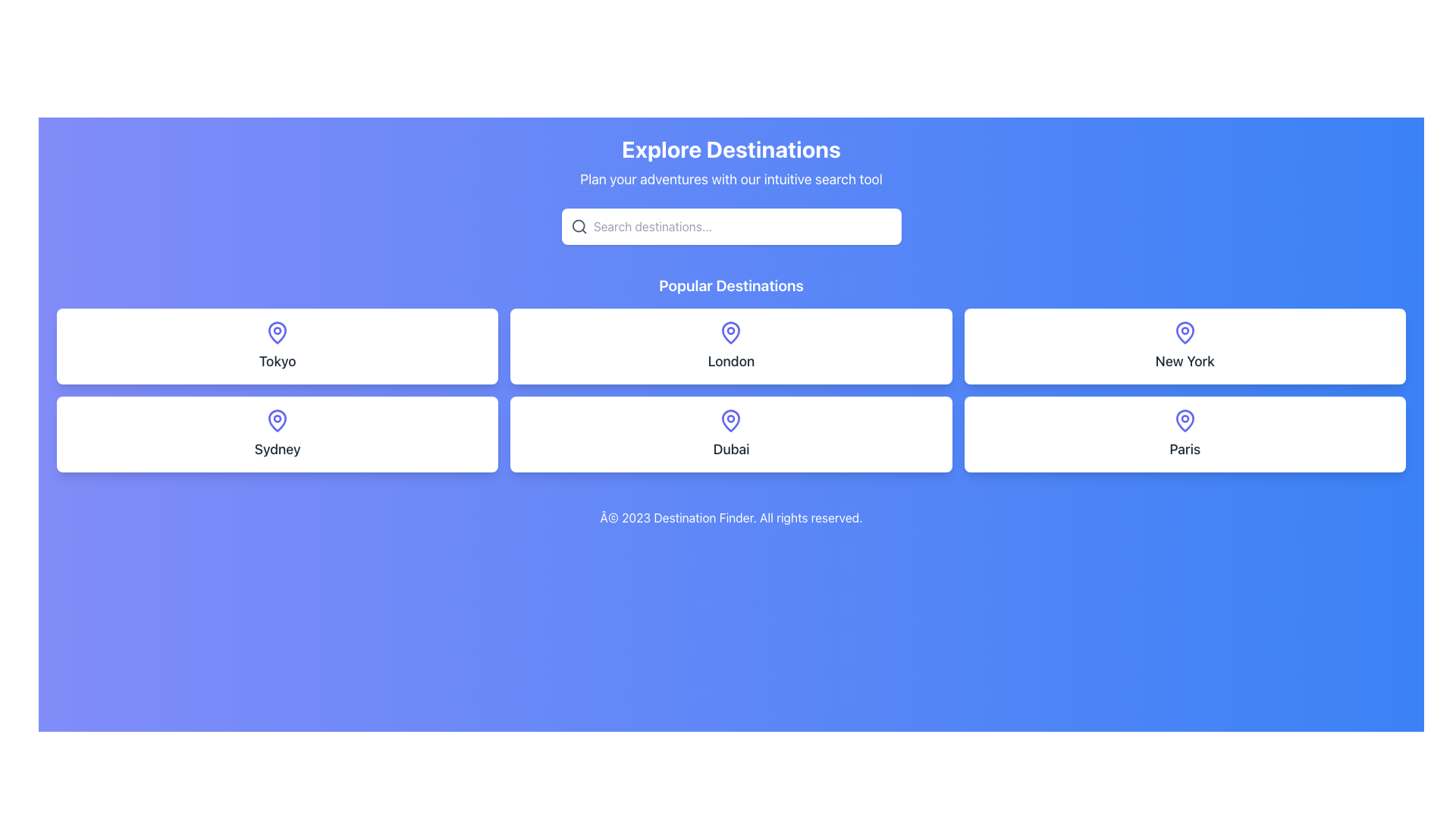  I want to click on the city card representing Sydney, located in the second row, first column of the grid layout, so click(278, 435).